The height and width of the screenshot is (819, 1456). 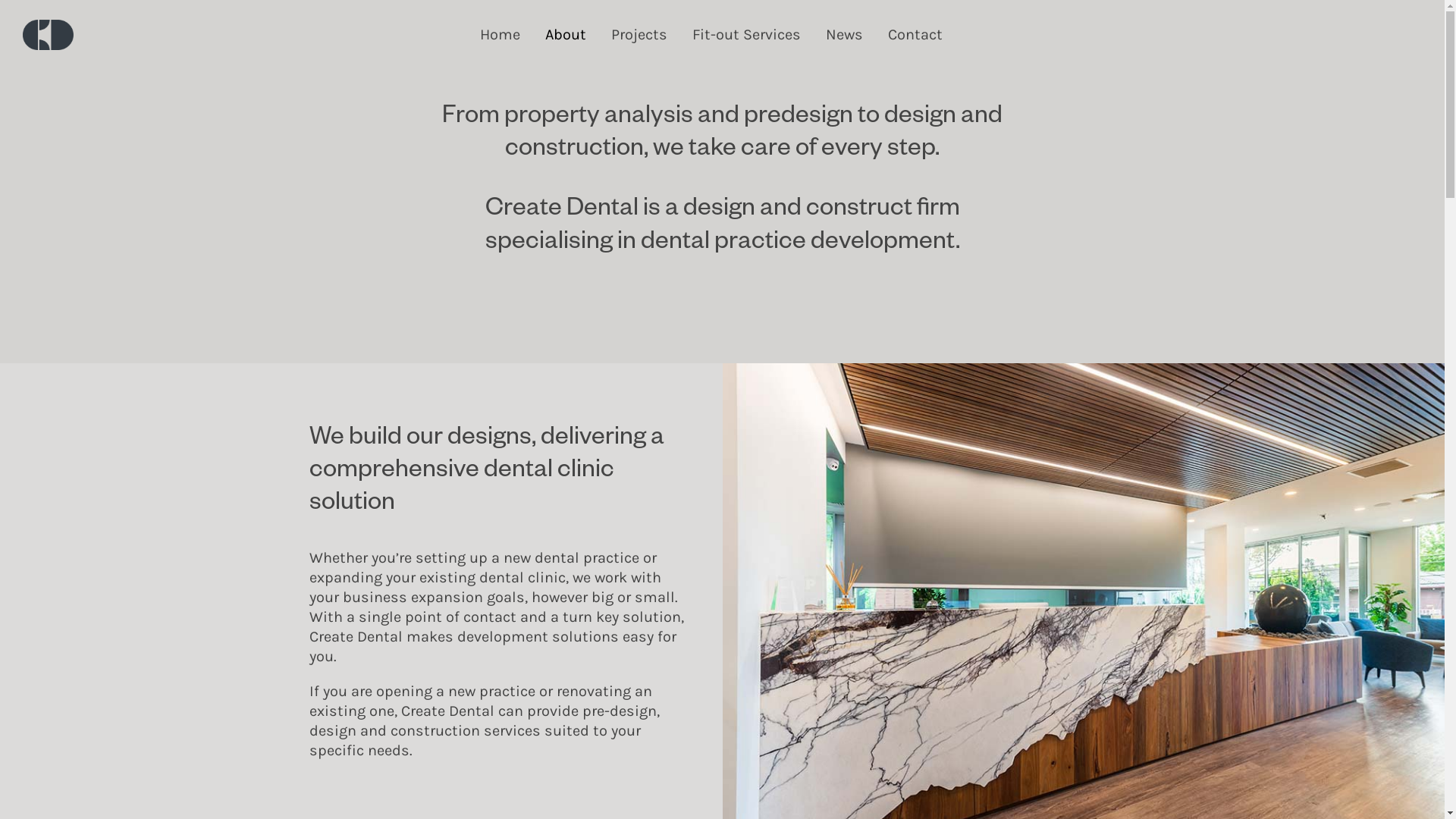 What do you see at coordinates (887, 34) in the screenshot?
I see `'Contact'` at bounding box center [887, 34].